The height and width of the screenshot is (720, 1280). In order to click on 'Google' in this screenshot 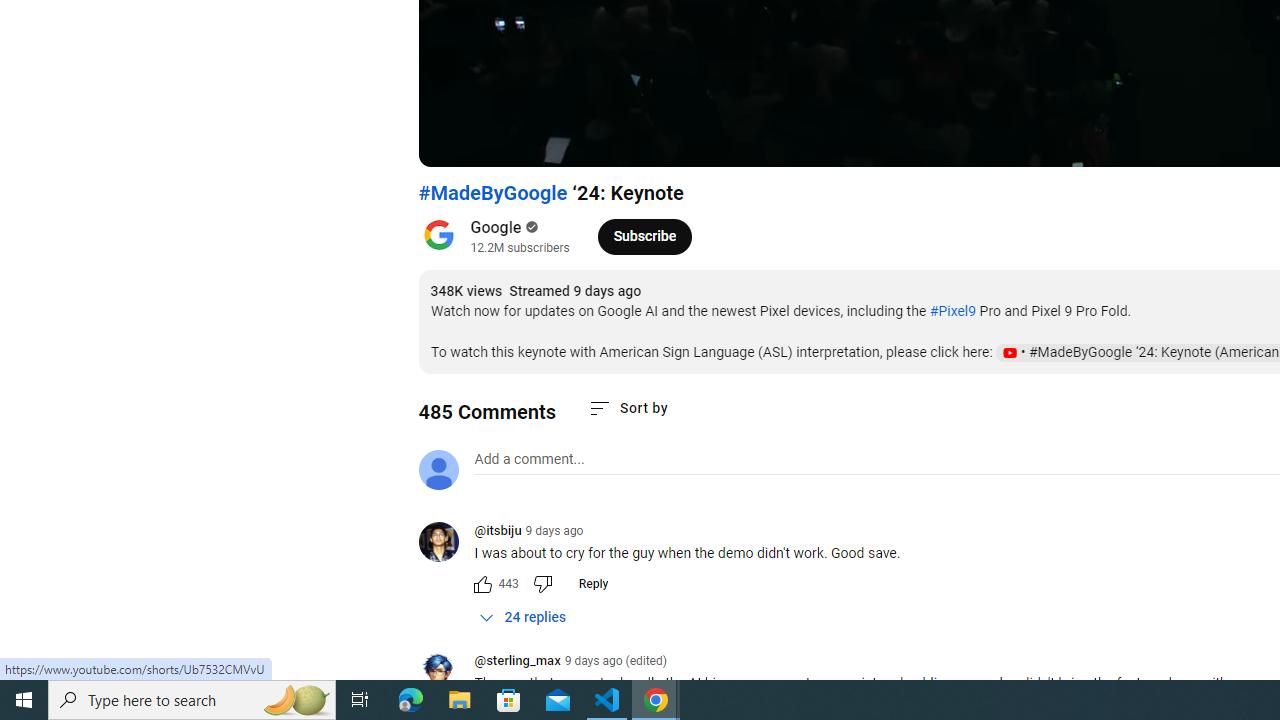, I will do `click(496, 226)`.